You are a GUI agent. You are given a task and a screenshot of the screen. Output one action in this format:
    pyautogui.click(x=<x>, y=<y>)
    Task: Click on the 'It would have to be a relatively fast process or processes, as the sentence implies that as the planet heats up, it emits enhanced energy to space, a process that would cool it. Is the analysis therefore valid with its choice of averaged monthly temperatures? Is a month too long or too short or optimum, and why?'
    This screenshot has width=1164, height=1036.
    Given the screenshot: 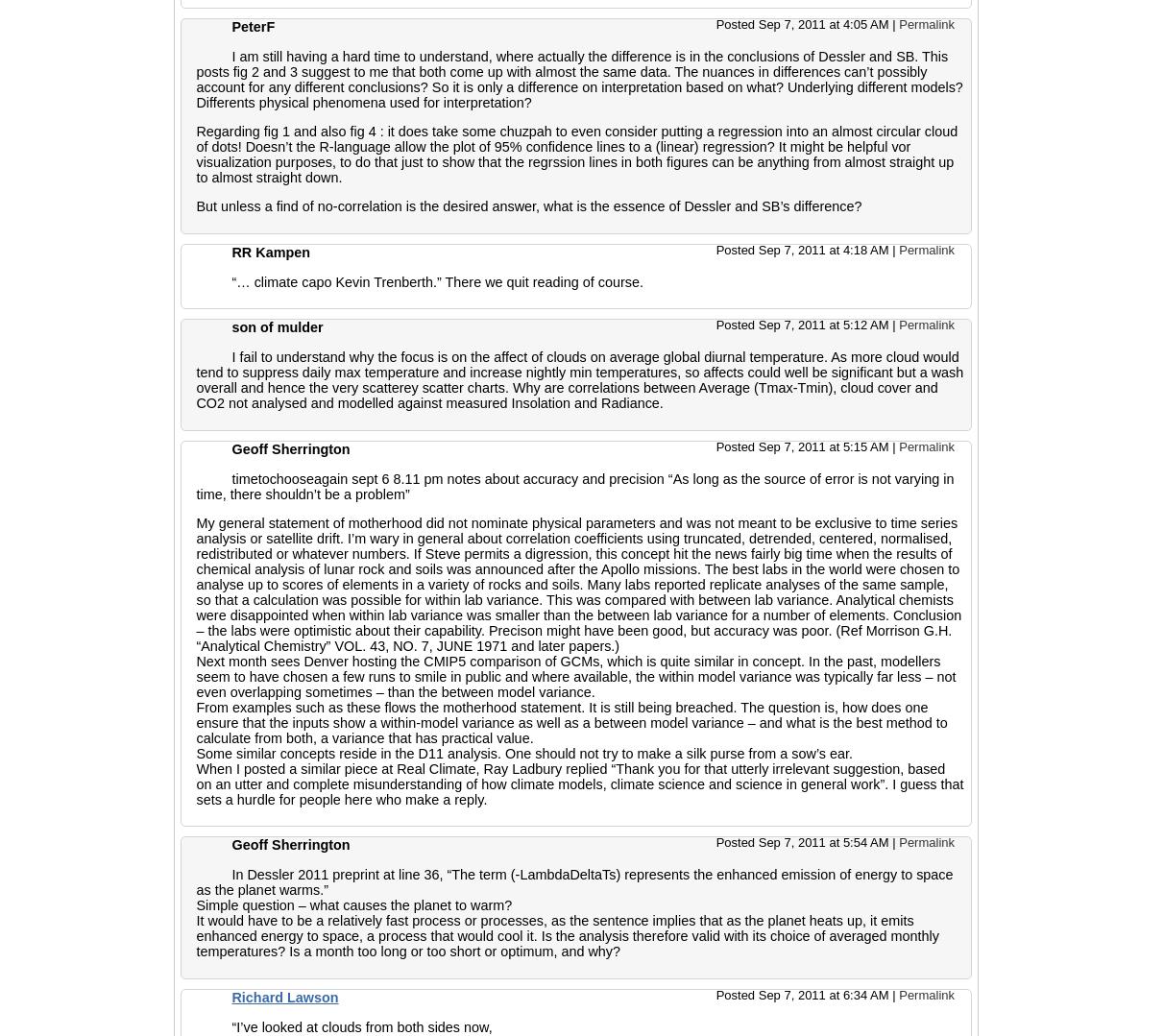 What is the action you would take?
    pyautogui.click(x=567, y=934)
    